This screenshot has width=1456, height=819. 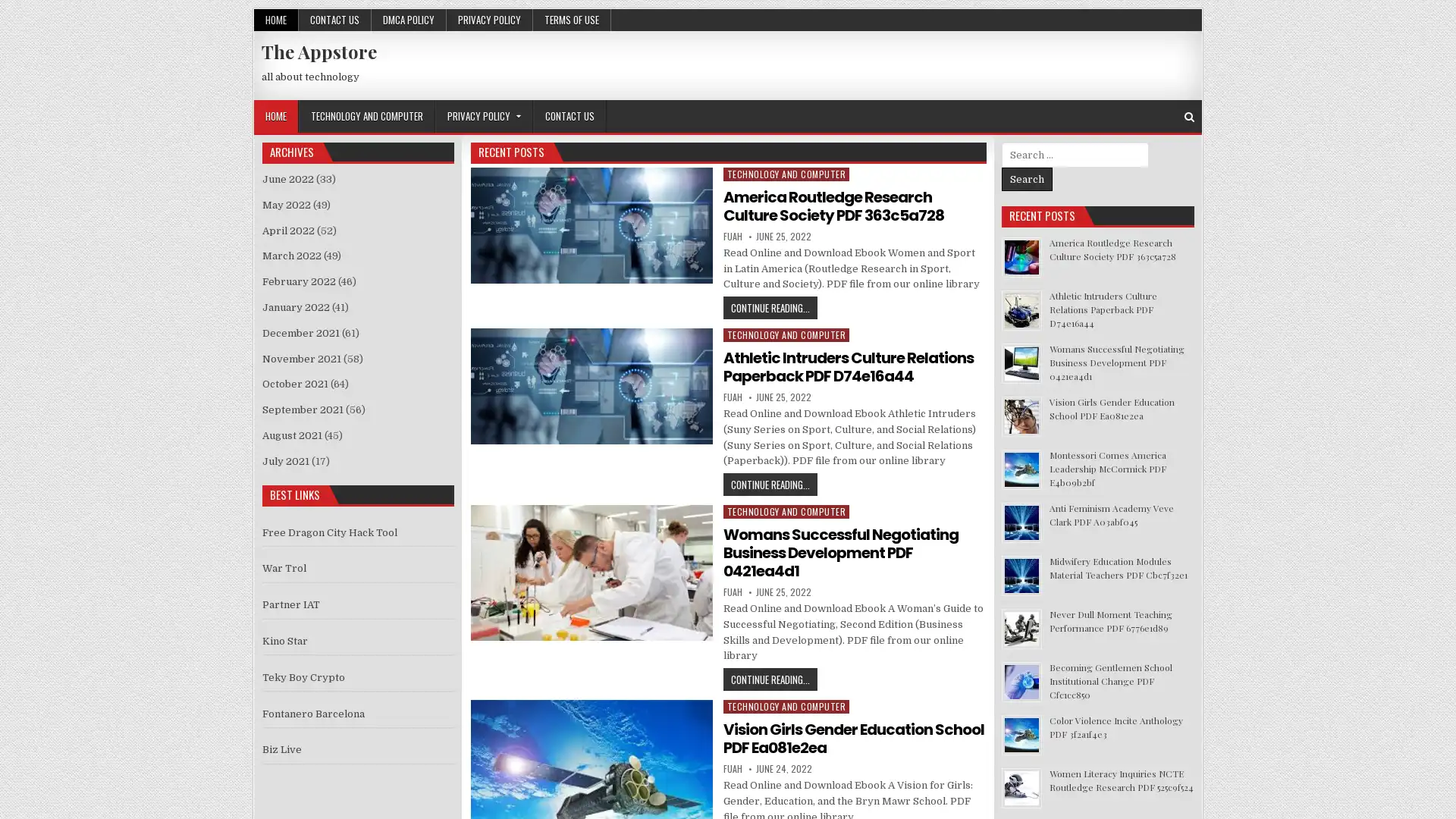 I want to click on Search, so click(x=1027, y=178).